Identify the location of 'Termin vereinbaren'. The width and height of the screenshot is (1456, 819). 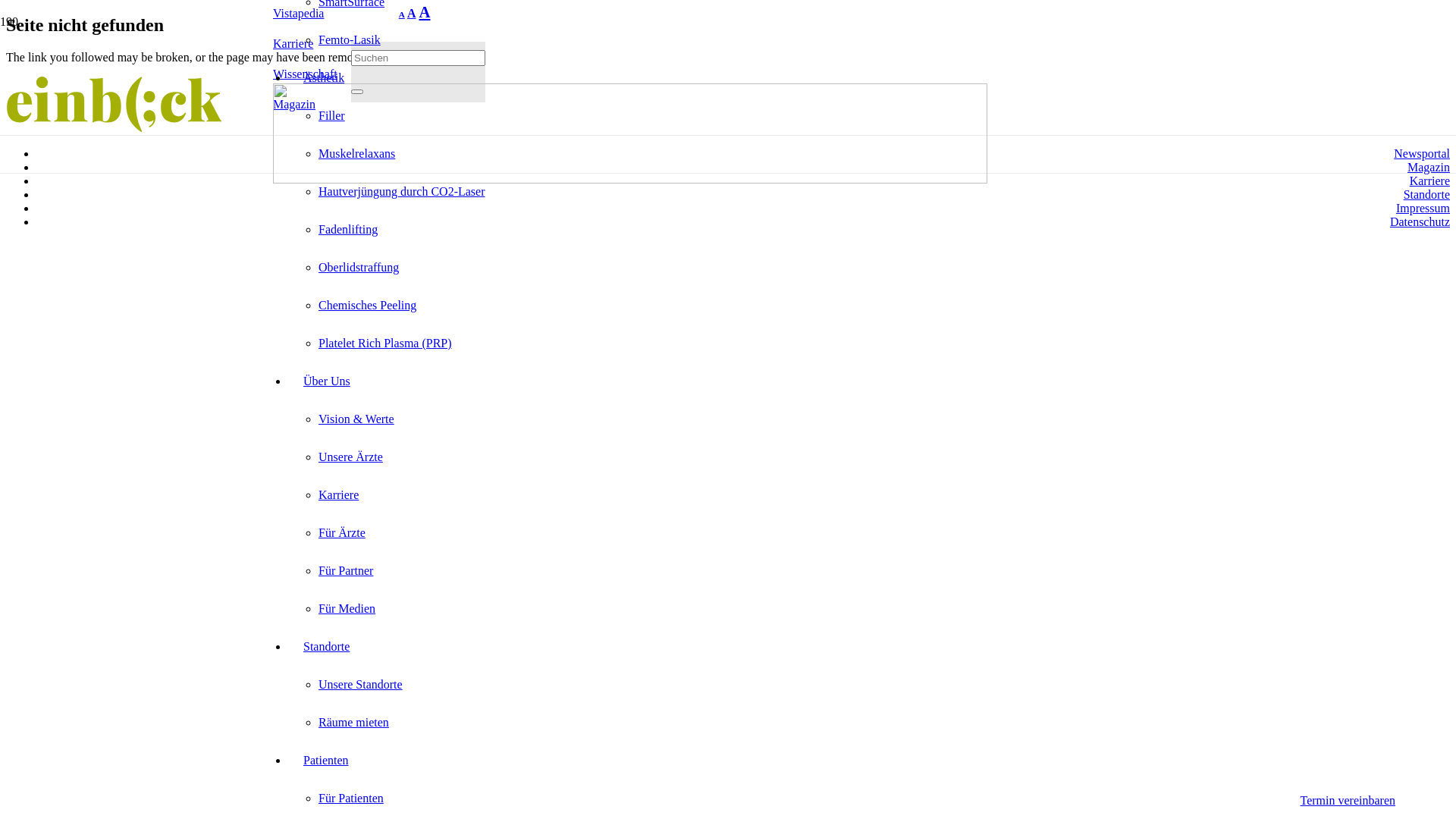
(1348, 800).